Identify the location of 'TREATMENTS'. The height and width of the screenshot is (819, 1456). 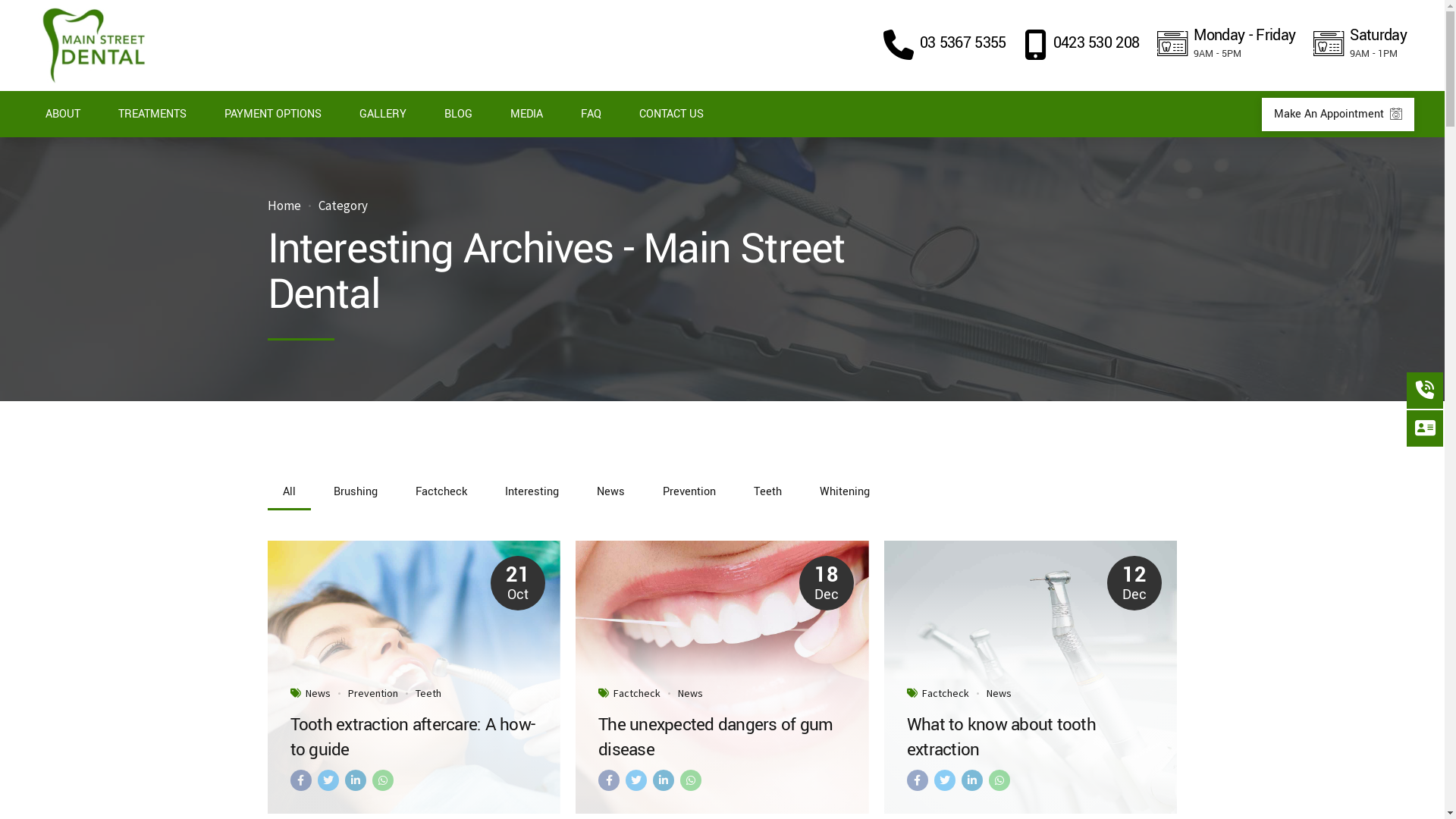
(102, 113).